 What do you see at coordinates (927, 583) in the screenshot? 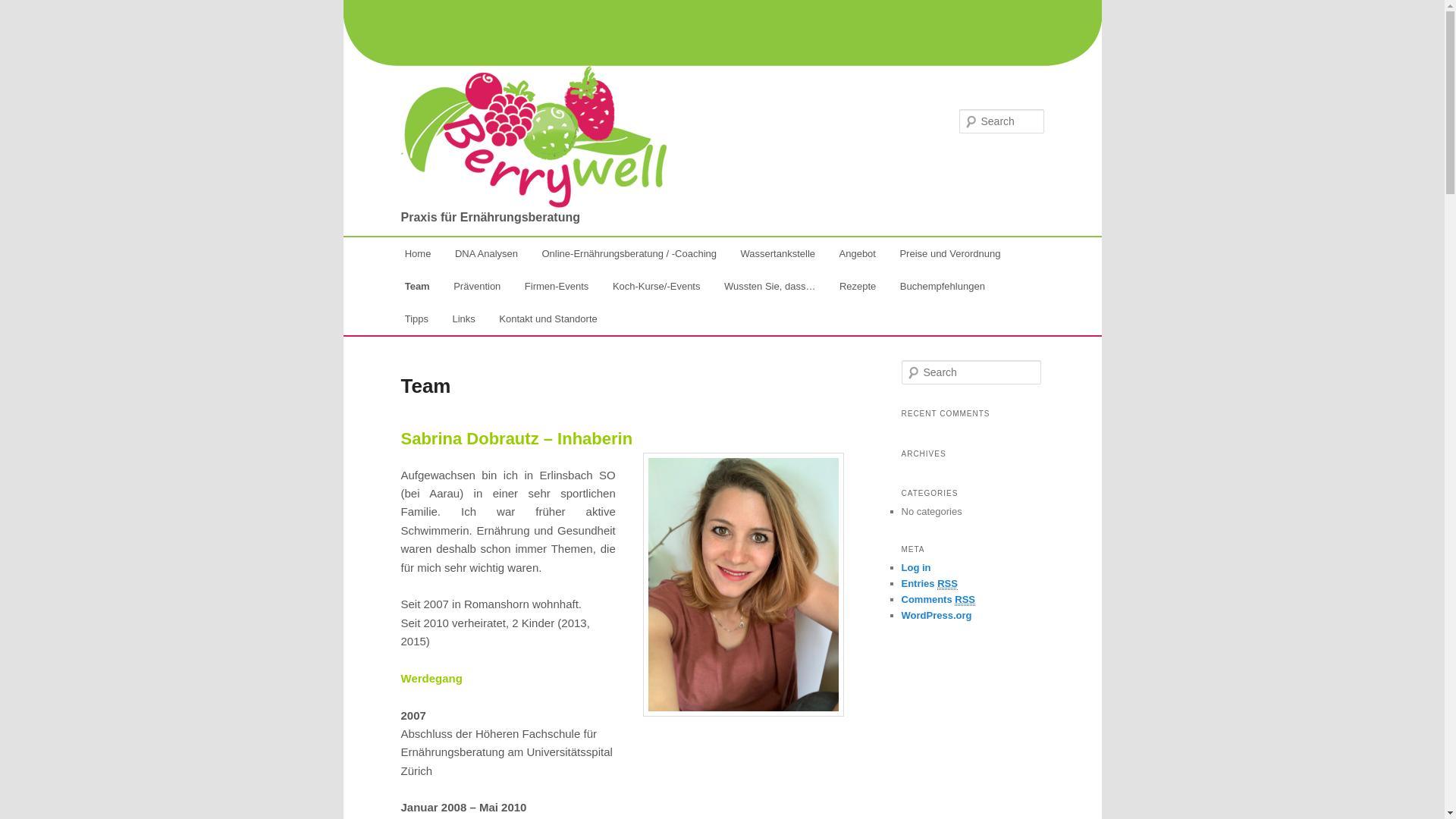
I see `'Entries RSS'` at bounding box center [927, 583].